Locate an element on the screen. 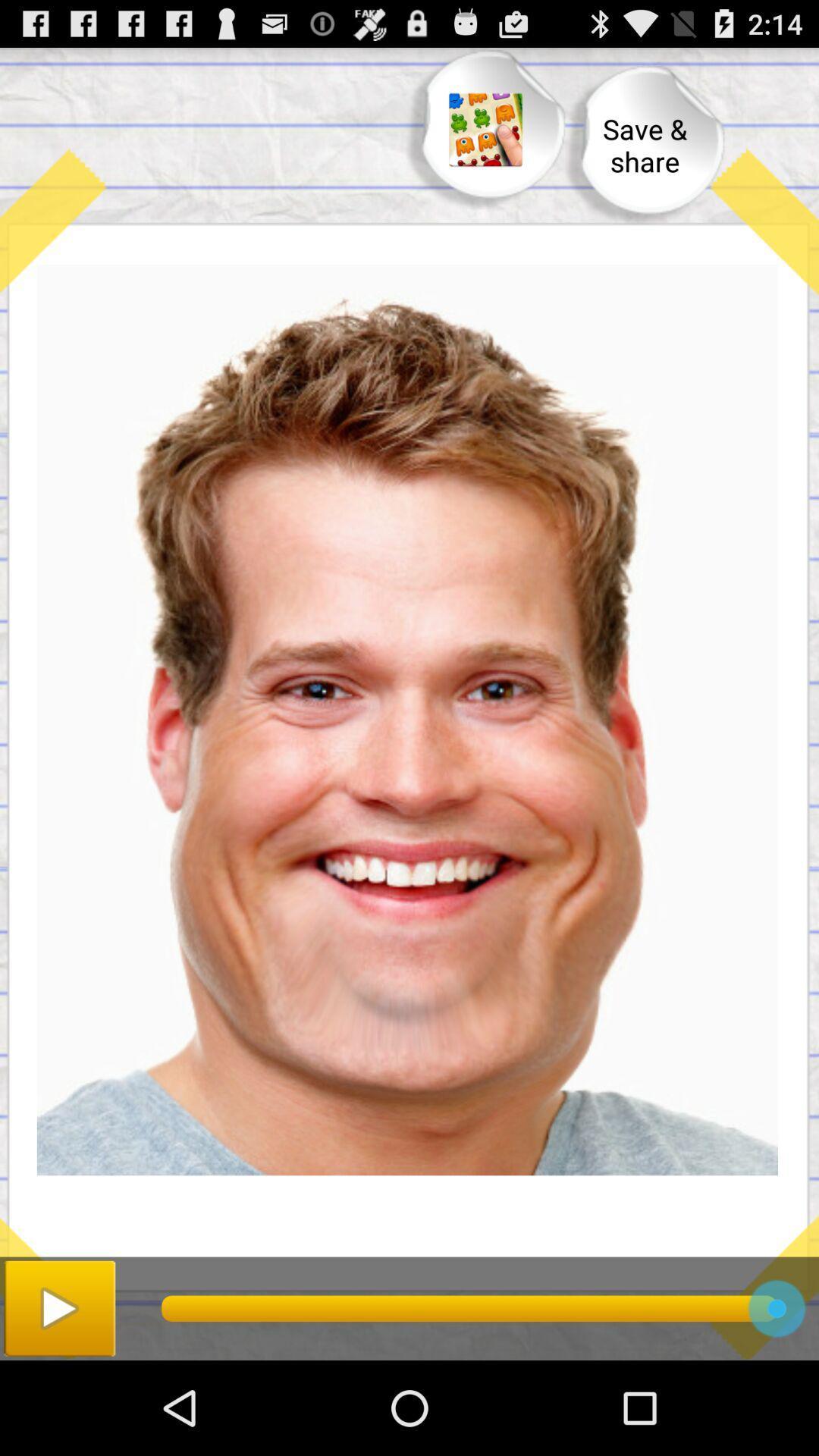  the play icon is located at coordinates (58, 1400).